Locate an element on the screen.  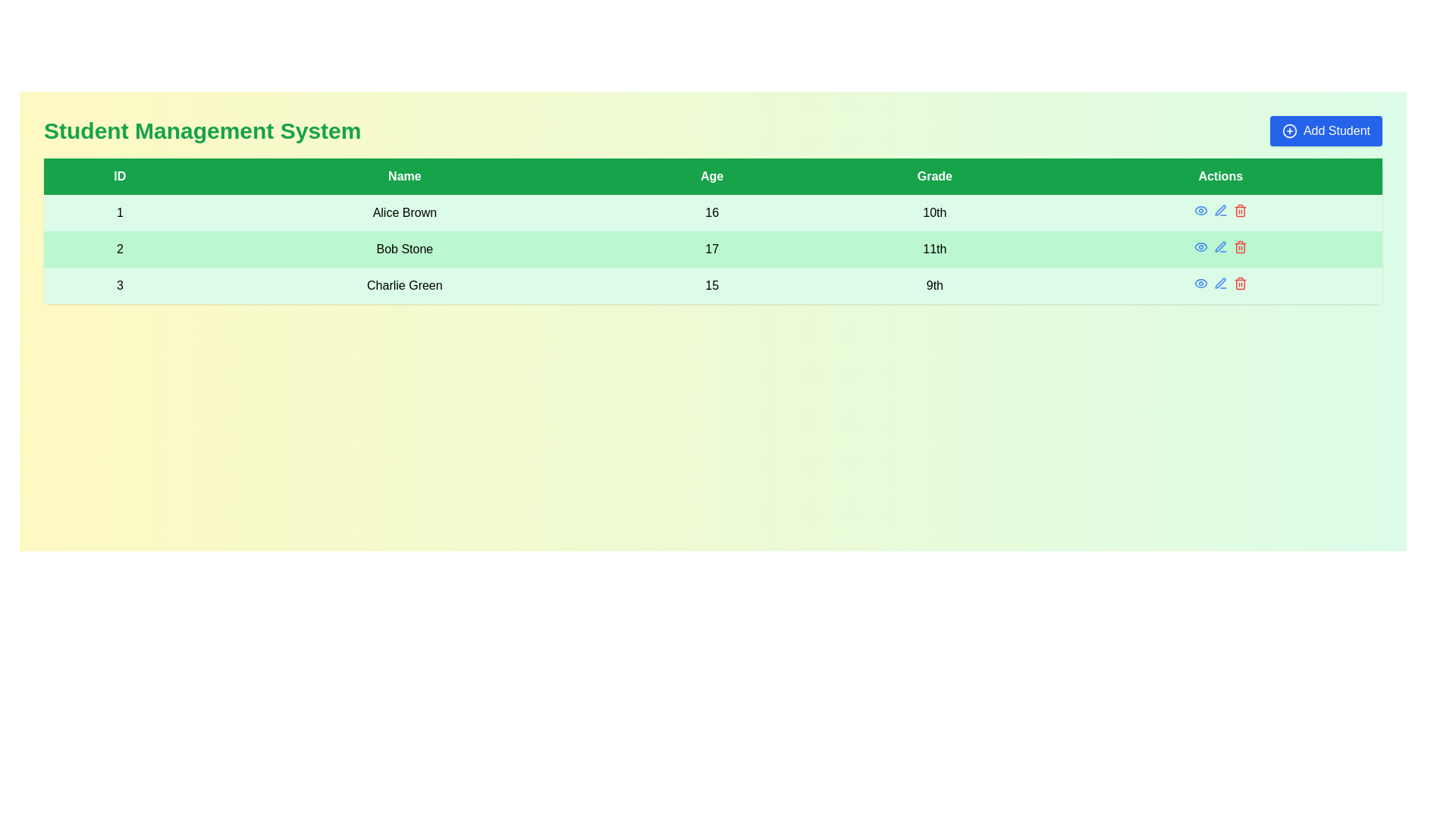
the text label displaying '9th' in the 'Grade' column of the table for 'Charlie Green' is located at coordinates (934, 286).